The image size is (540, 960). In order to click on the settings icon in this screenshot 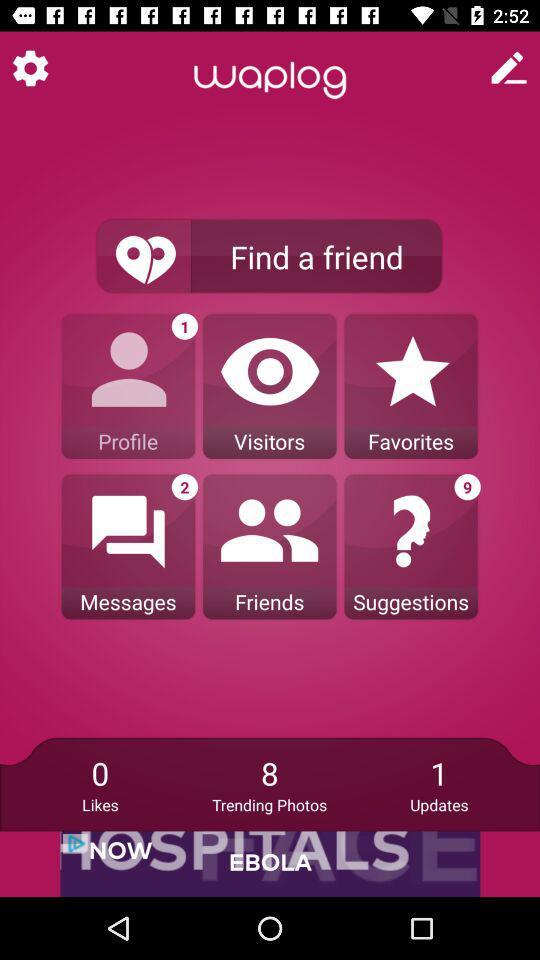, I will do `click(29, 68)`.